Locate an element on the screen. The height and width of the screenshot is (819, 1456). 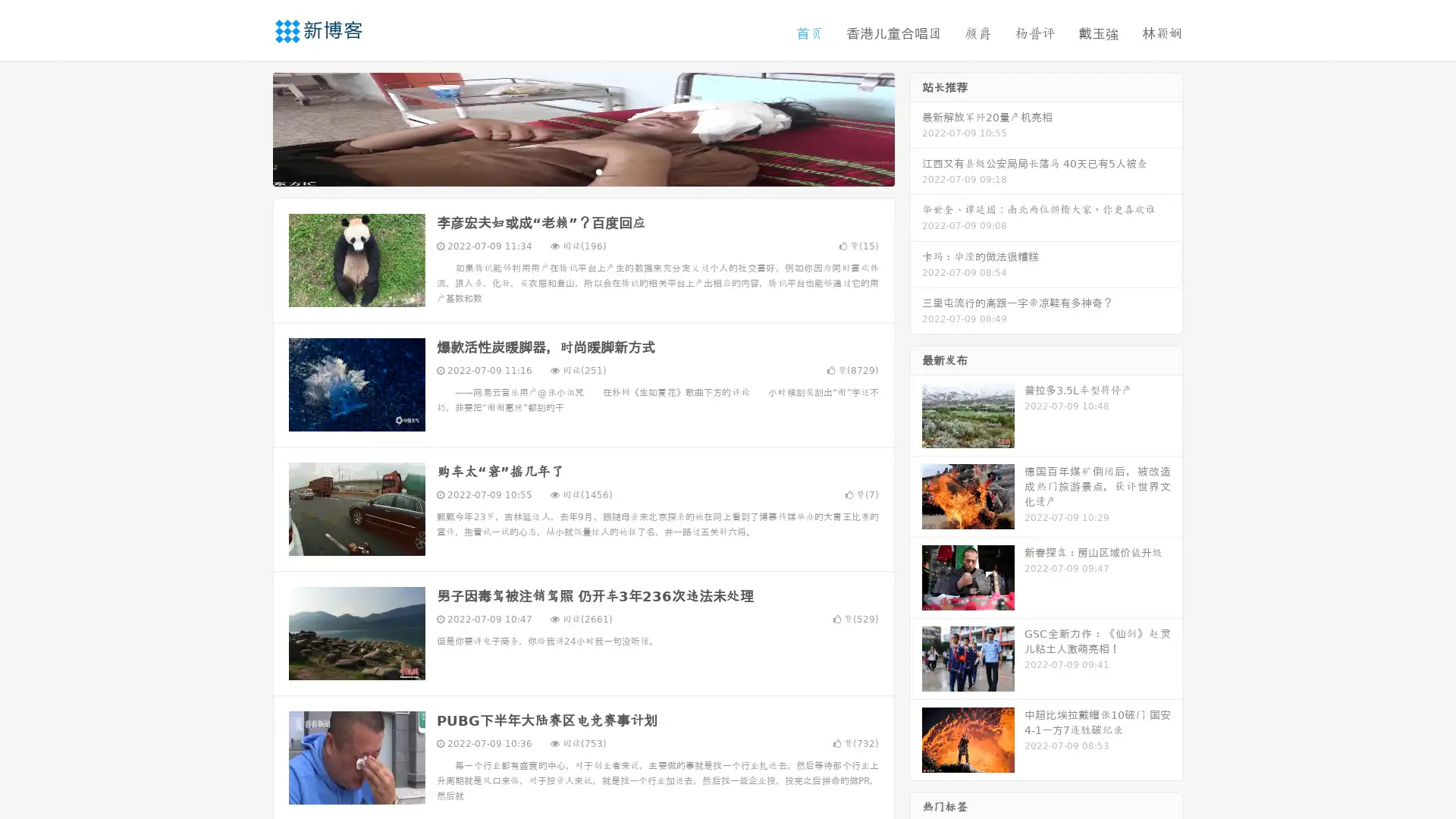
Go to slide 2 is located at coordinates (582, 171).